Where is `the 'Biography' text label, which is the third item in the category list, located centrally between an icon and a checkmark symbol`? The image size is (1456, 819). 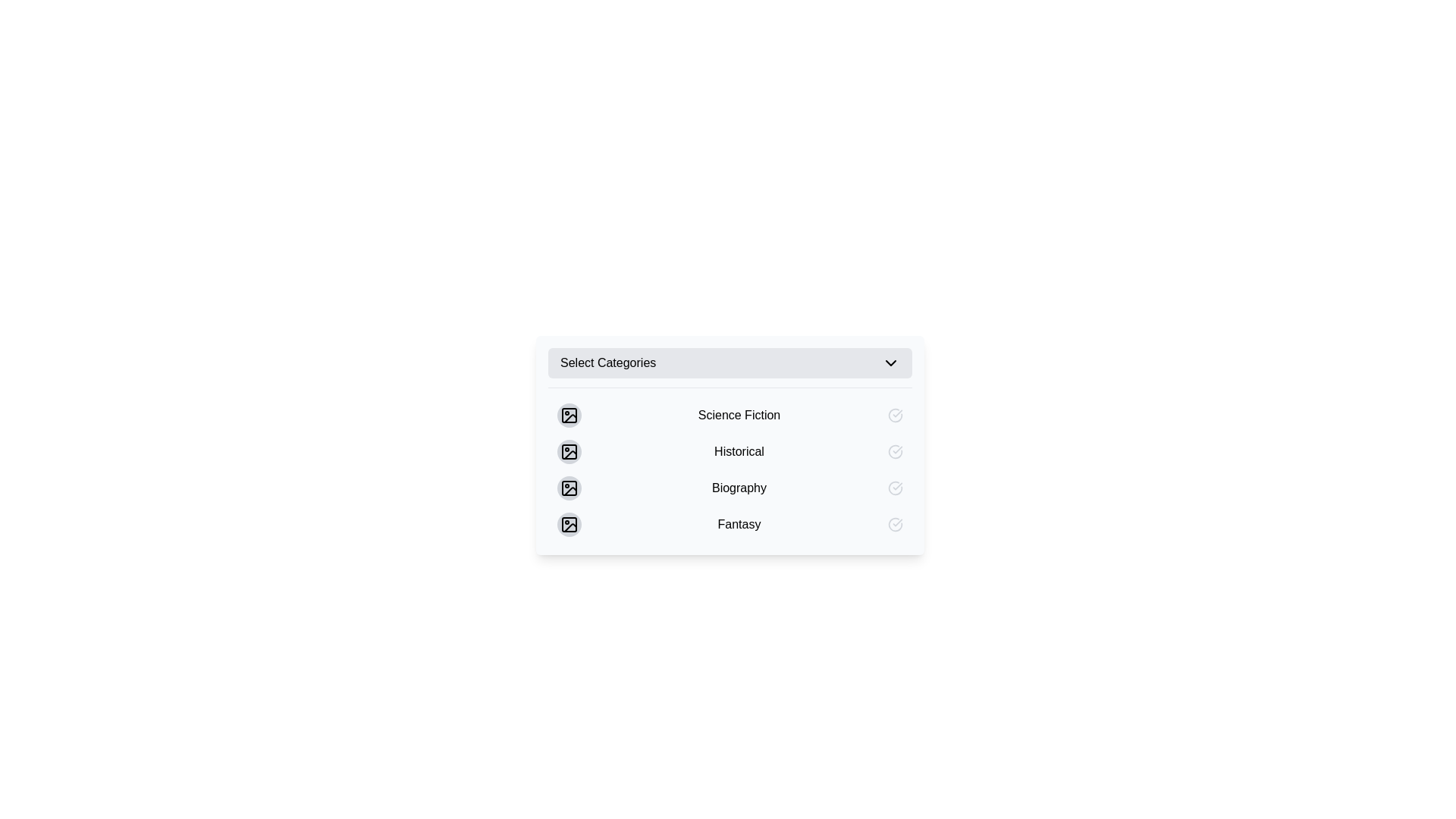
the 'Biography' text label, which is the third item in the category list, located centrally between an icon and a checkmark symbol is located at coordinates (739, 488).